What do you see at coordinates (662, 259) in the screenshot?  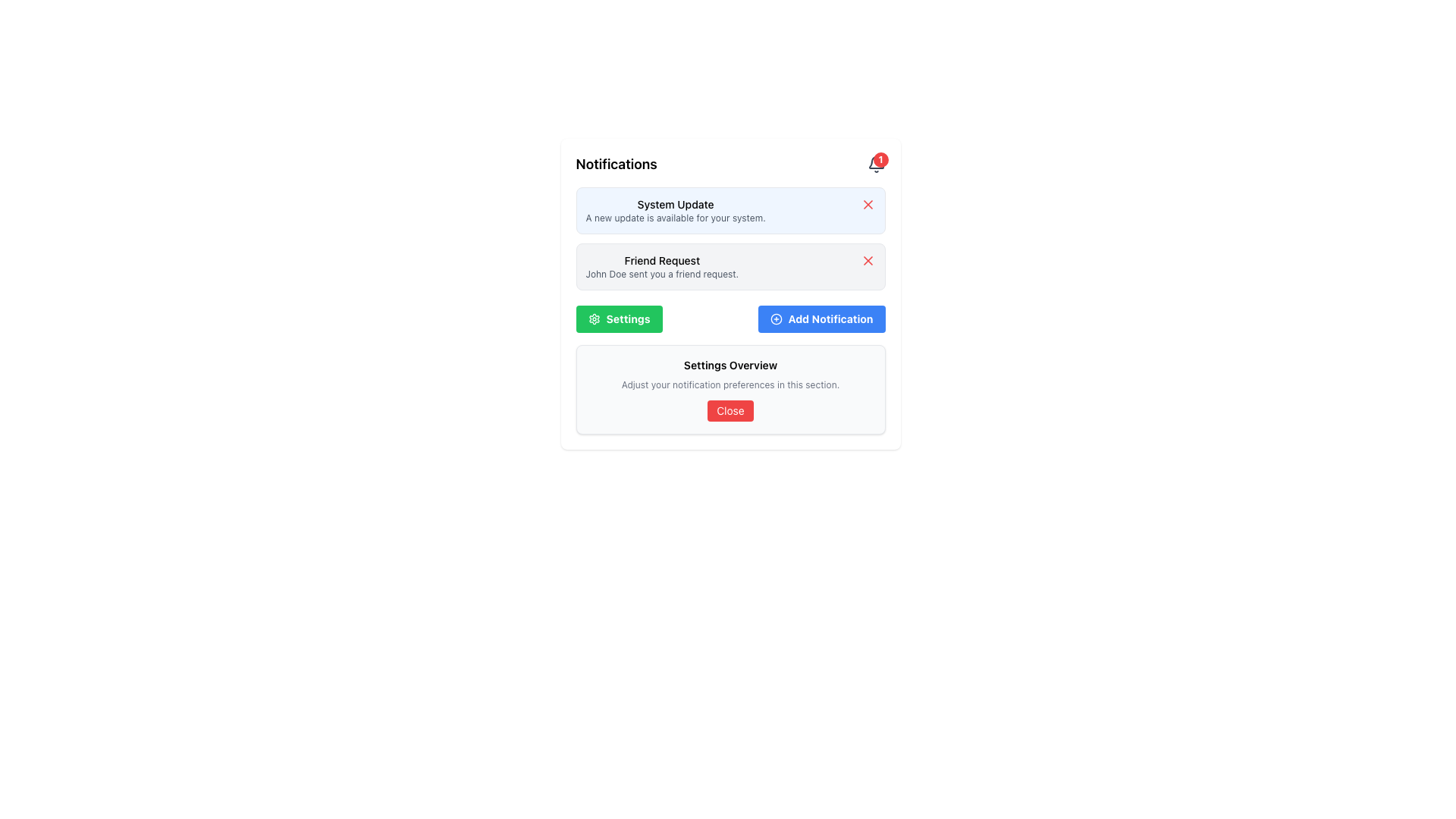 I see `text label displaying 'Friend Request' which is bold and styled as a heading within a notification card for a friend request` at bounding box center [662, 259].